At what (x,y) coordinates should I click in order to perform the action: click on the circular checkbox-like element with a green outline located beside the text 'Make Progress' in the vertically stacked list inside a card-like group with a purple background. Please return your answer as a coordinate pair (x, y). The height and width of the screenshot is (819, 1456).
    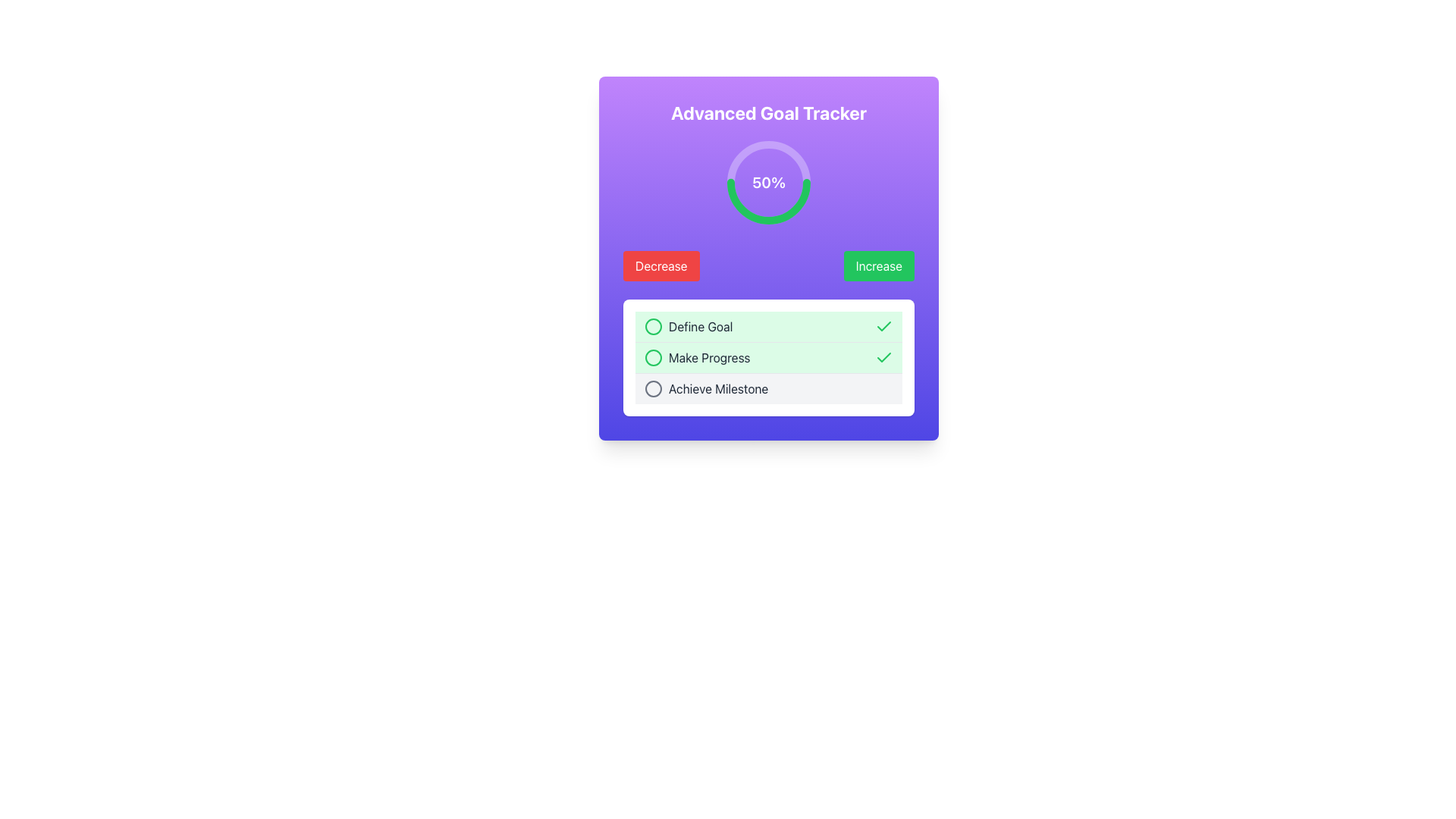
    Looking at the image, I should click on (654, 357).